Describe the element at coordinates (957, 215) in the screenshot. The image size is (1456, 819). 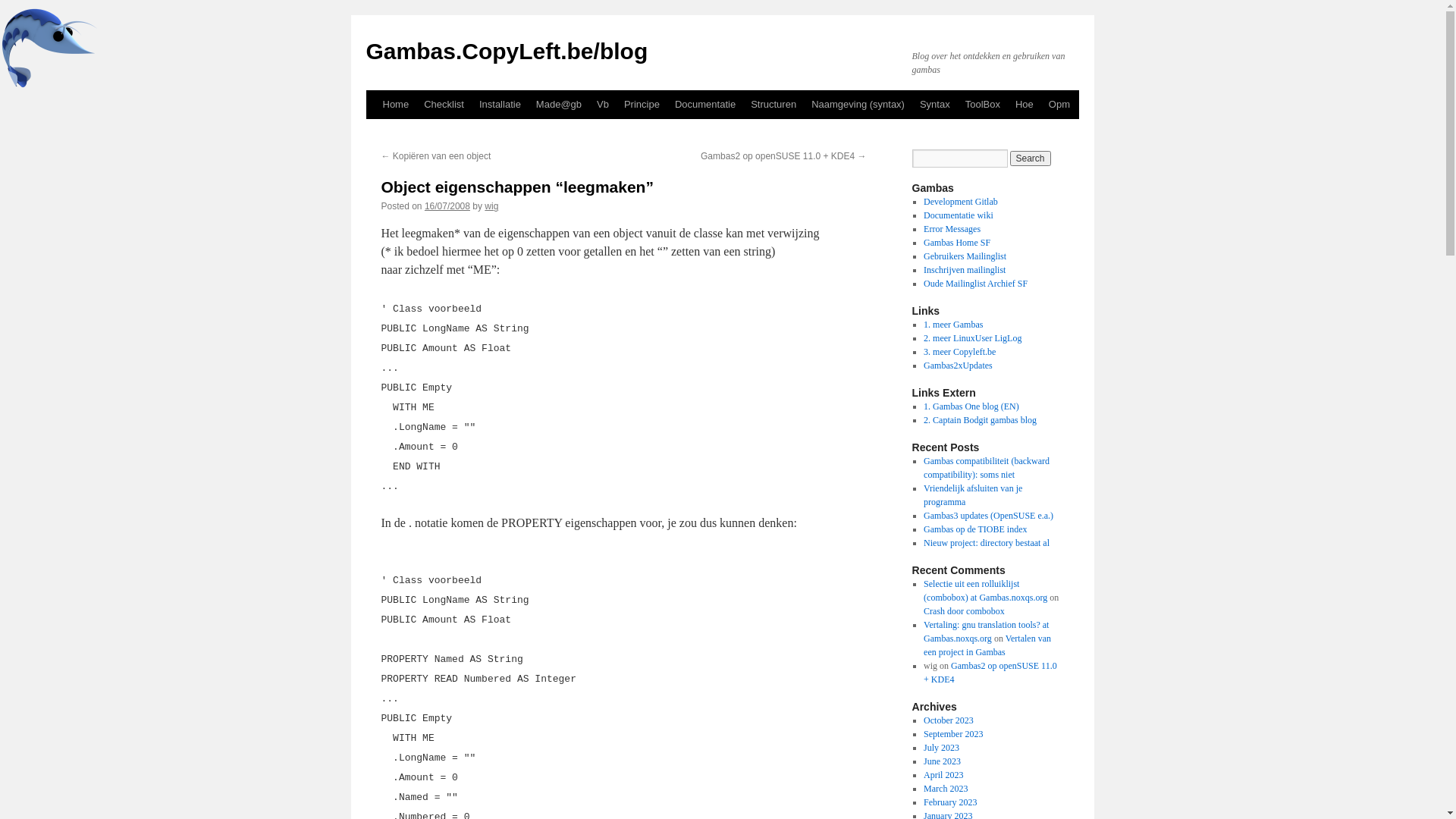
I see `'Documentatie wiki'` at that location.